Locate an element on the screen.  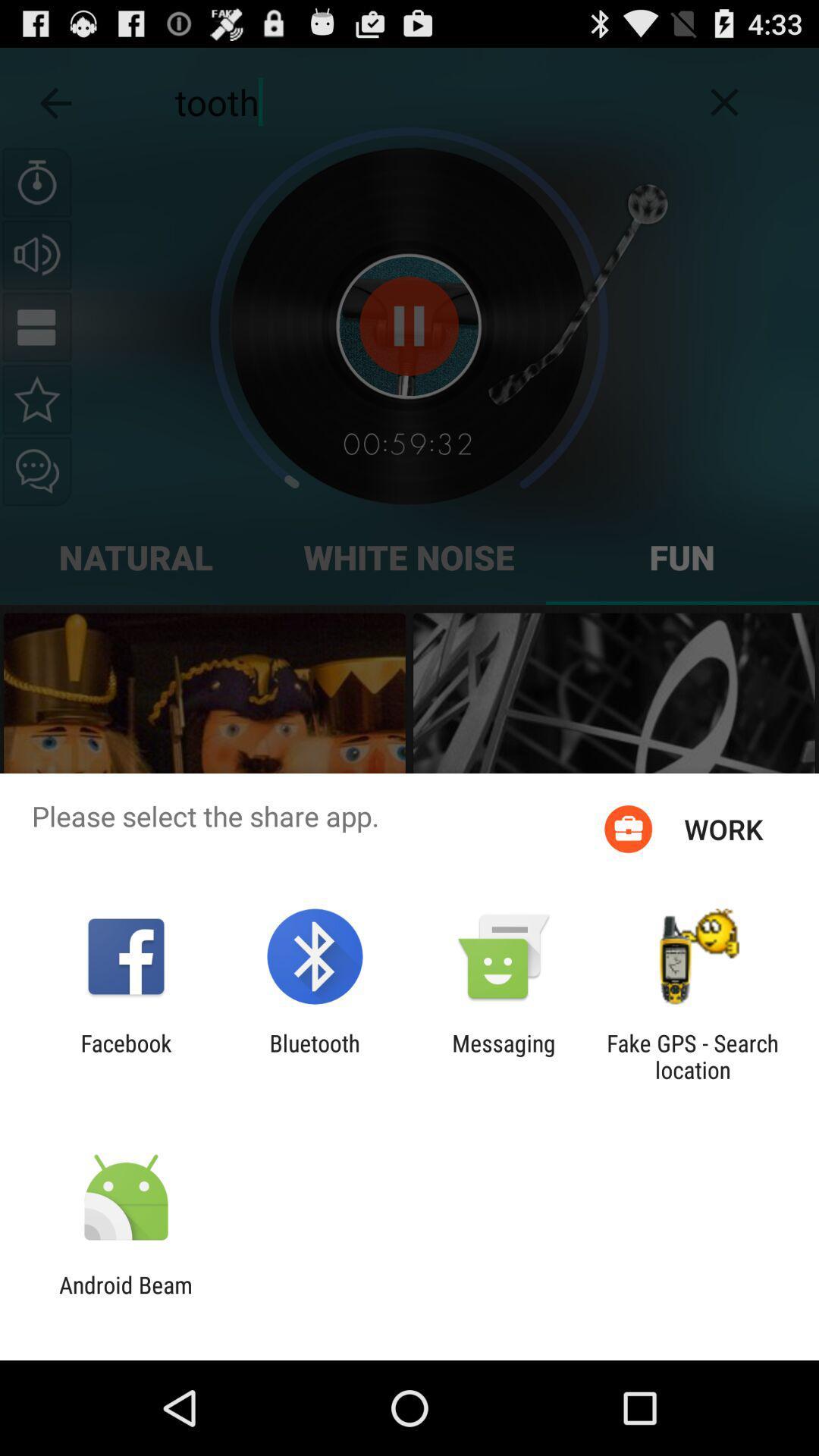
android beam icon is located at coordinates (125, 1298).